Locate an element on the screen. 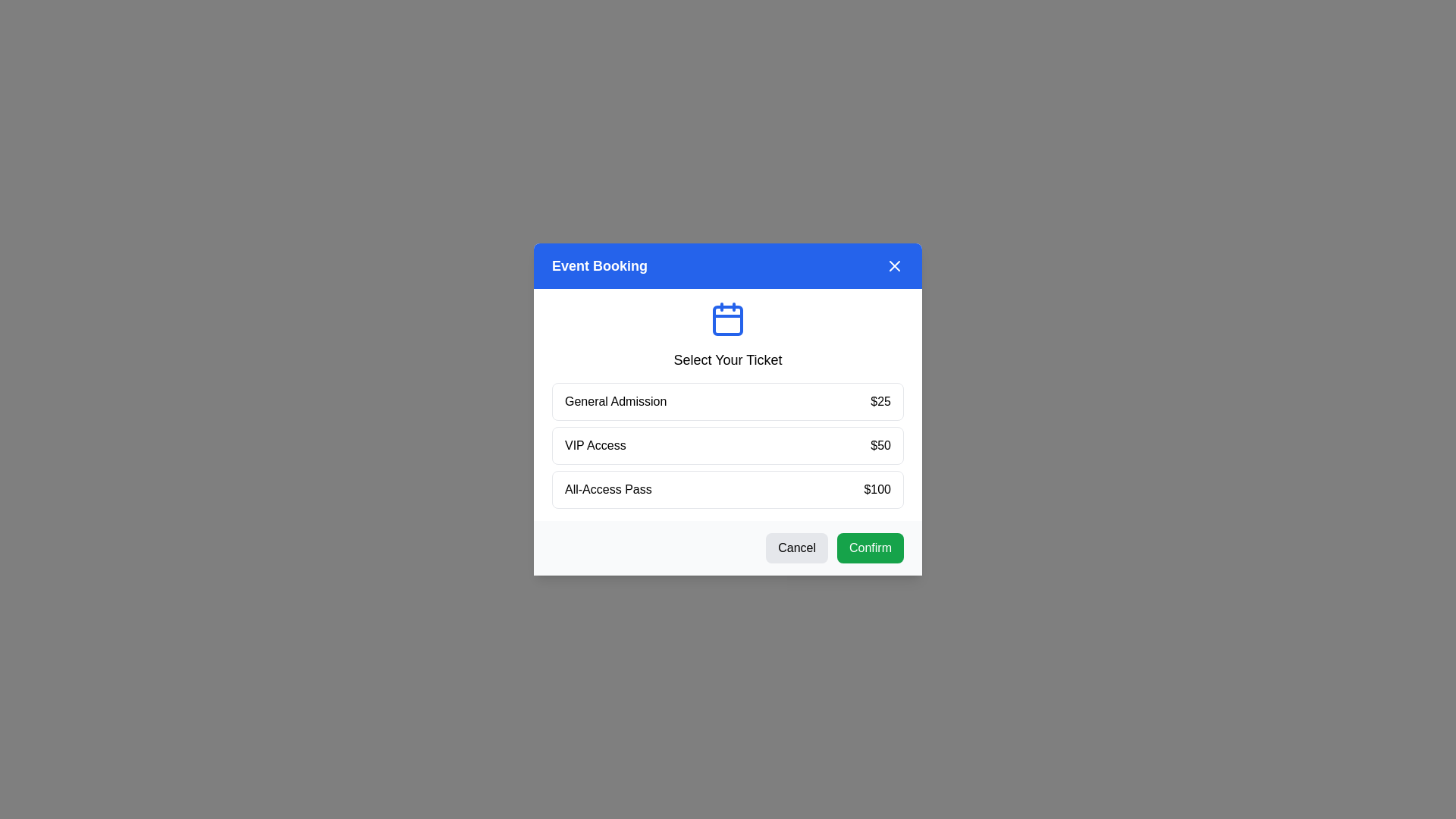 The width and height of the screenshot is (1456, 819). the selectable list item labeled 'VIP Access' is located at coordinates (728, 444).